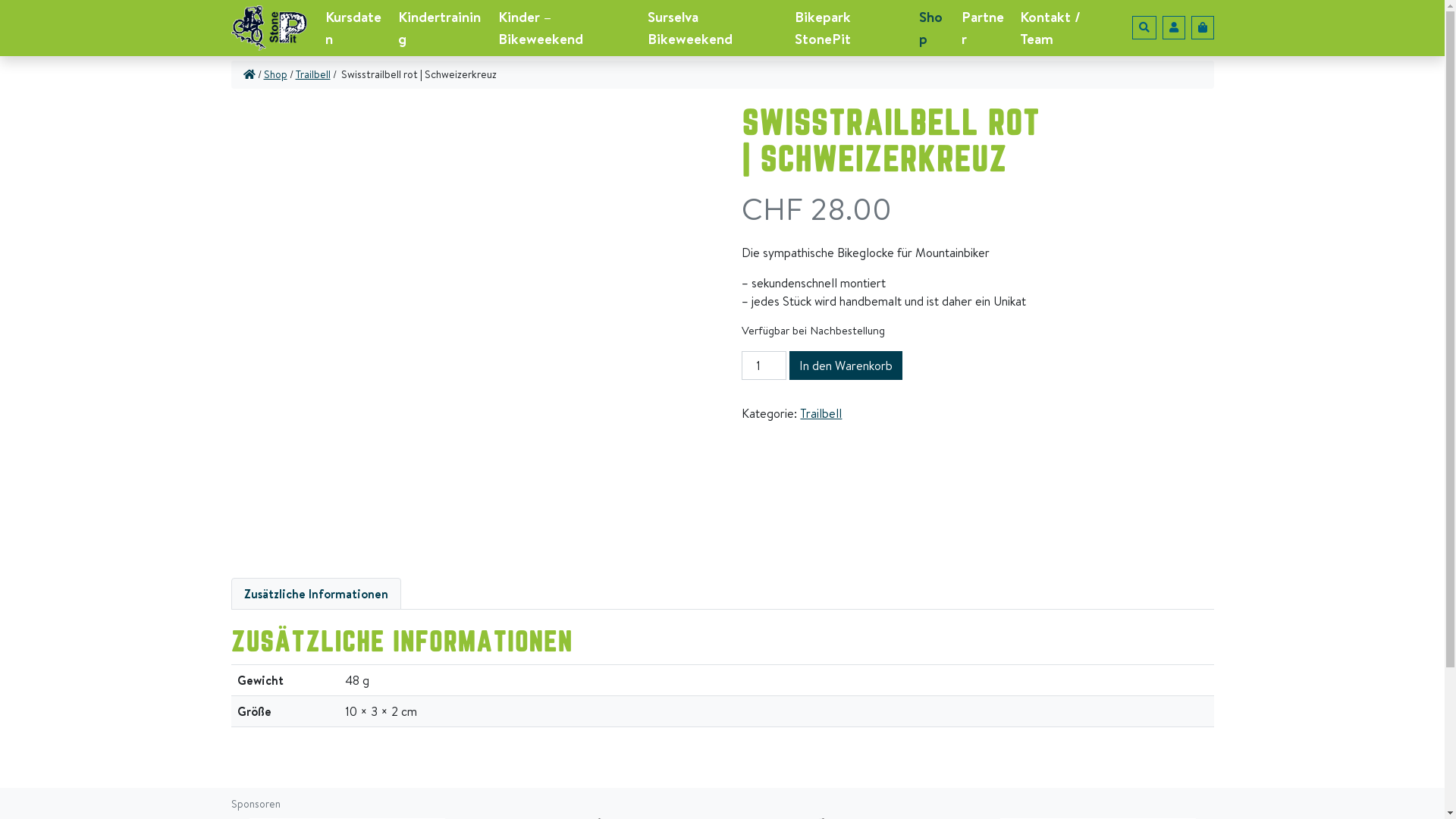 The width and height of the screenshot is (1456, 819). What do you see at coordinates (714, 28) in the screenshot?
I see `'Surselva Bikeweekend'` at bounding box center [714, 28].